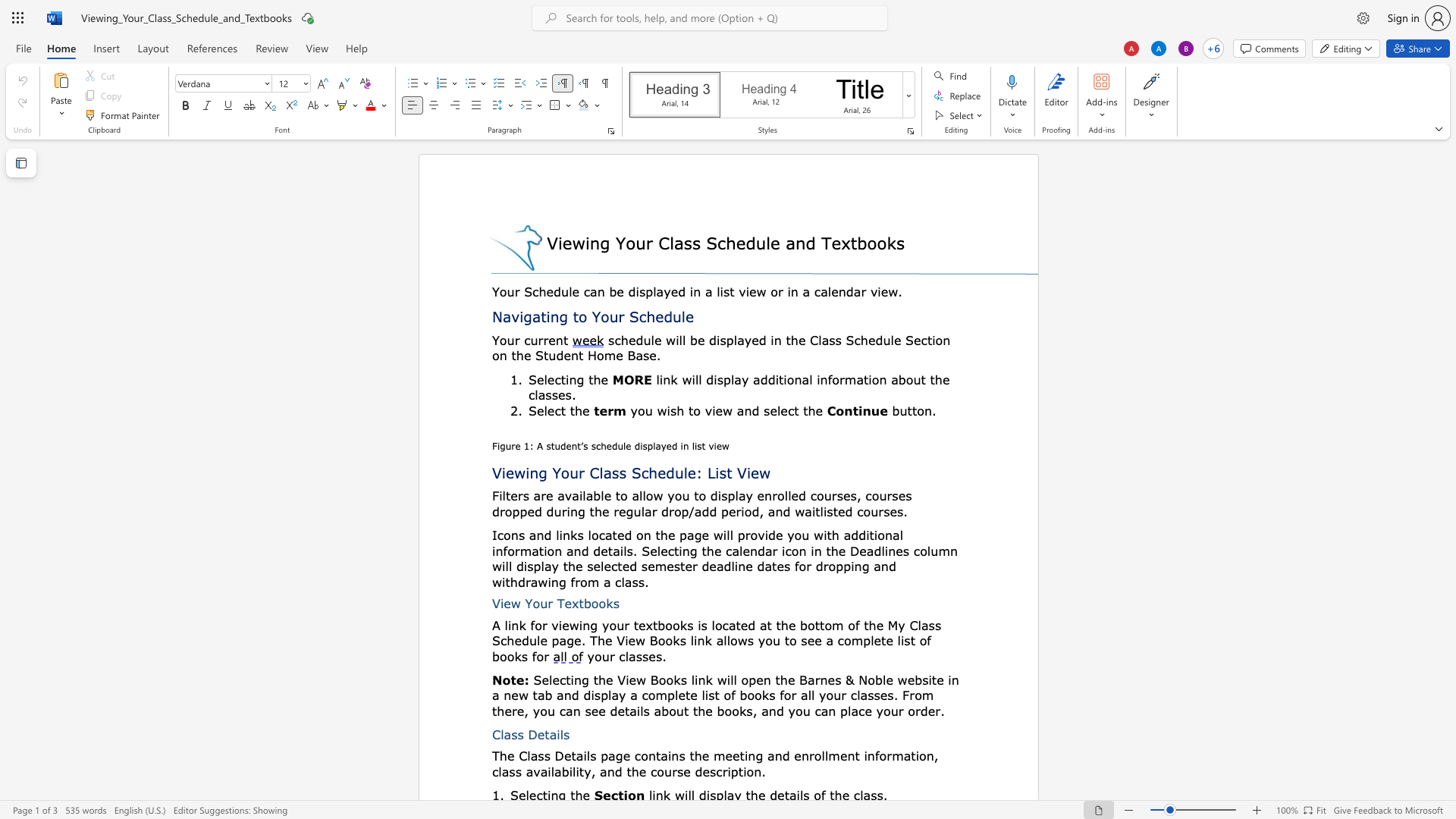 The image size is (1456, 819). I want to click on the space between the continuous character "o" and "r" in the text, so click(886, 755).